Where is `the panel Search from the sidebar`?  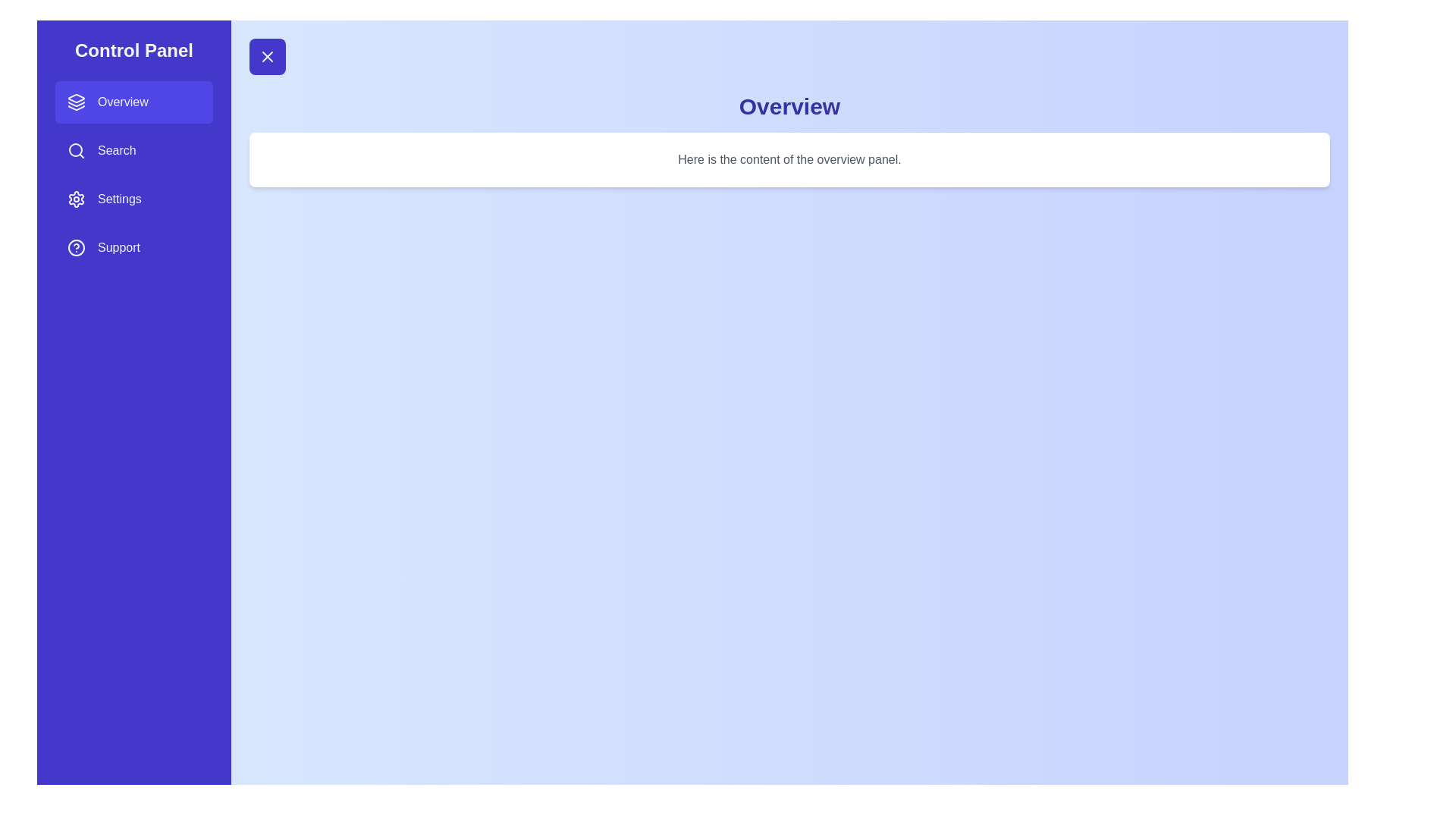
the panel Search from the sidebar is located at coordinates (134, 151).